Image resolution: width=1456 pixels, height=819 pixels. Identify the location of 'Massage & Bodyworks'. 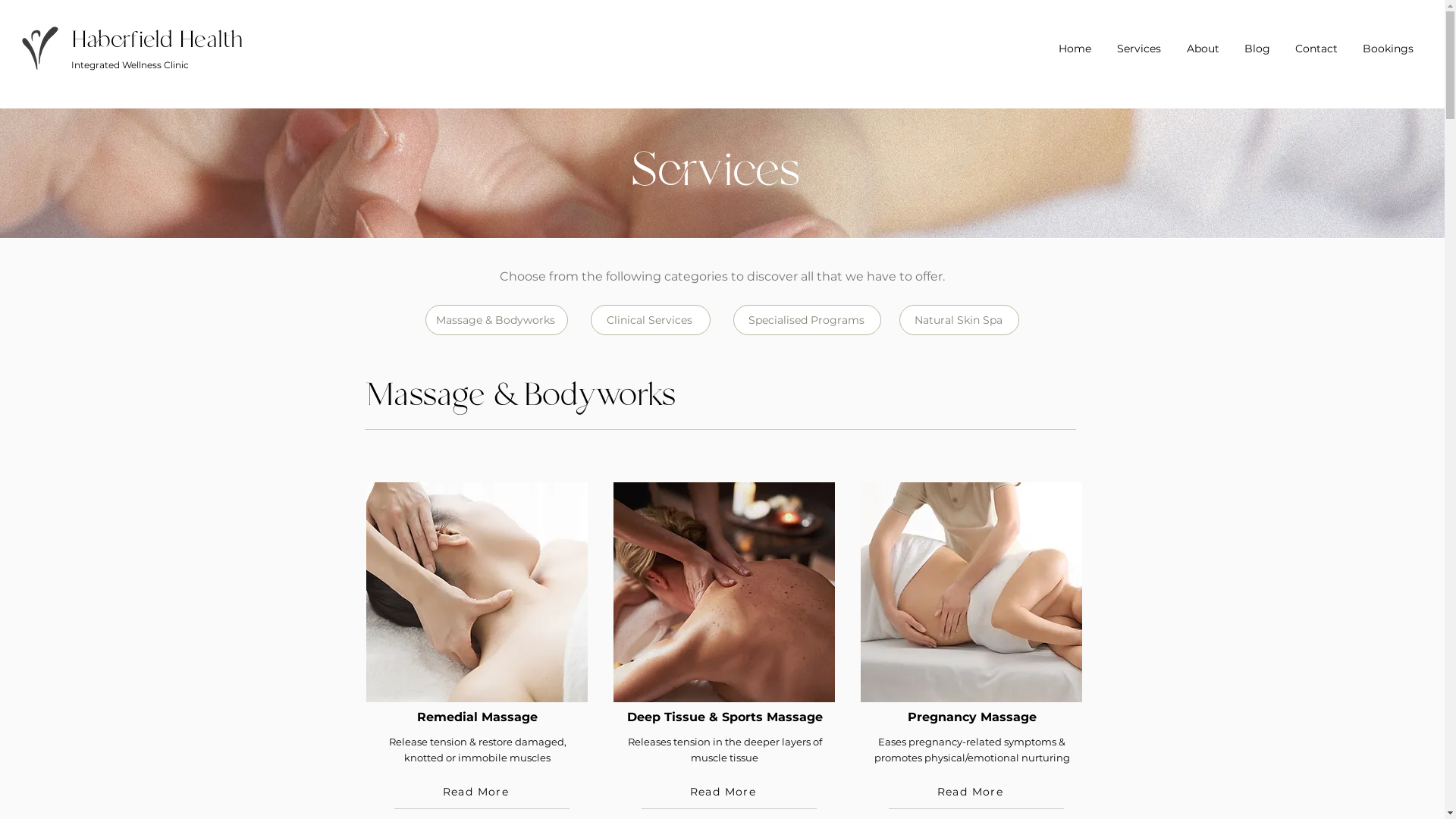
(495, 318).